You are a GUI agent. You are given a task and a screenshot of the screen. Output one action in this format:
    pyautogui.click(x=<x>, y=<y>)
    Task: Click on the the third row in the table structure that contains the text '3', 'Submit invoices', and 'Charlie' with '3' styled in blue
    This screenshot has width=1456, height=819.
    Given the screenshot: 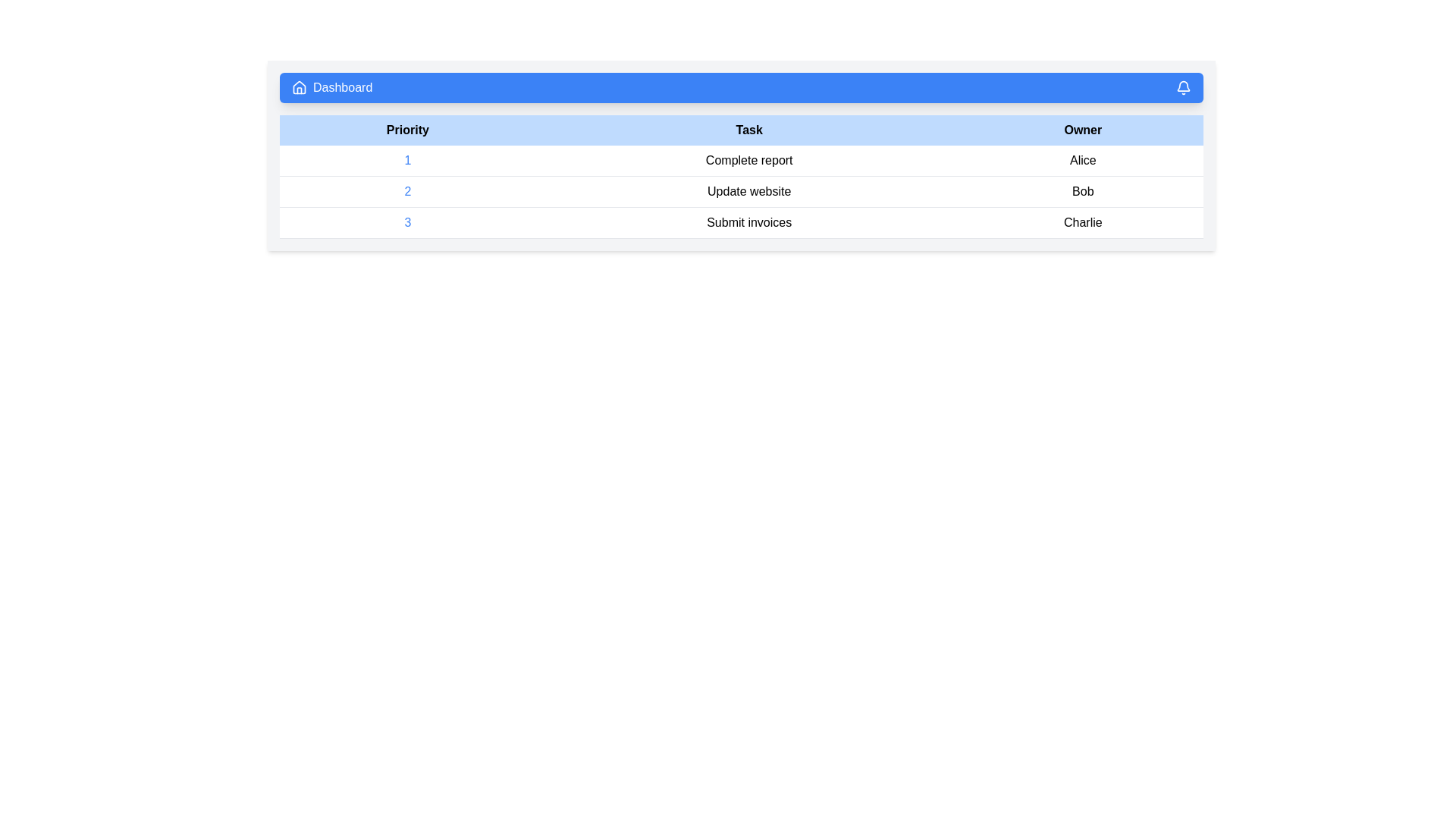 What is the action you would take?
    pyautogui.click(x=742, y=222)
    